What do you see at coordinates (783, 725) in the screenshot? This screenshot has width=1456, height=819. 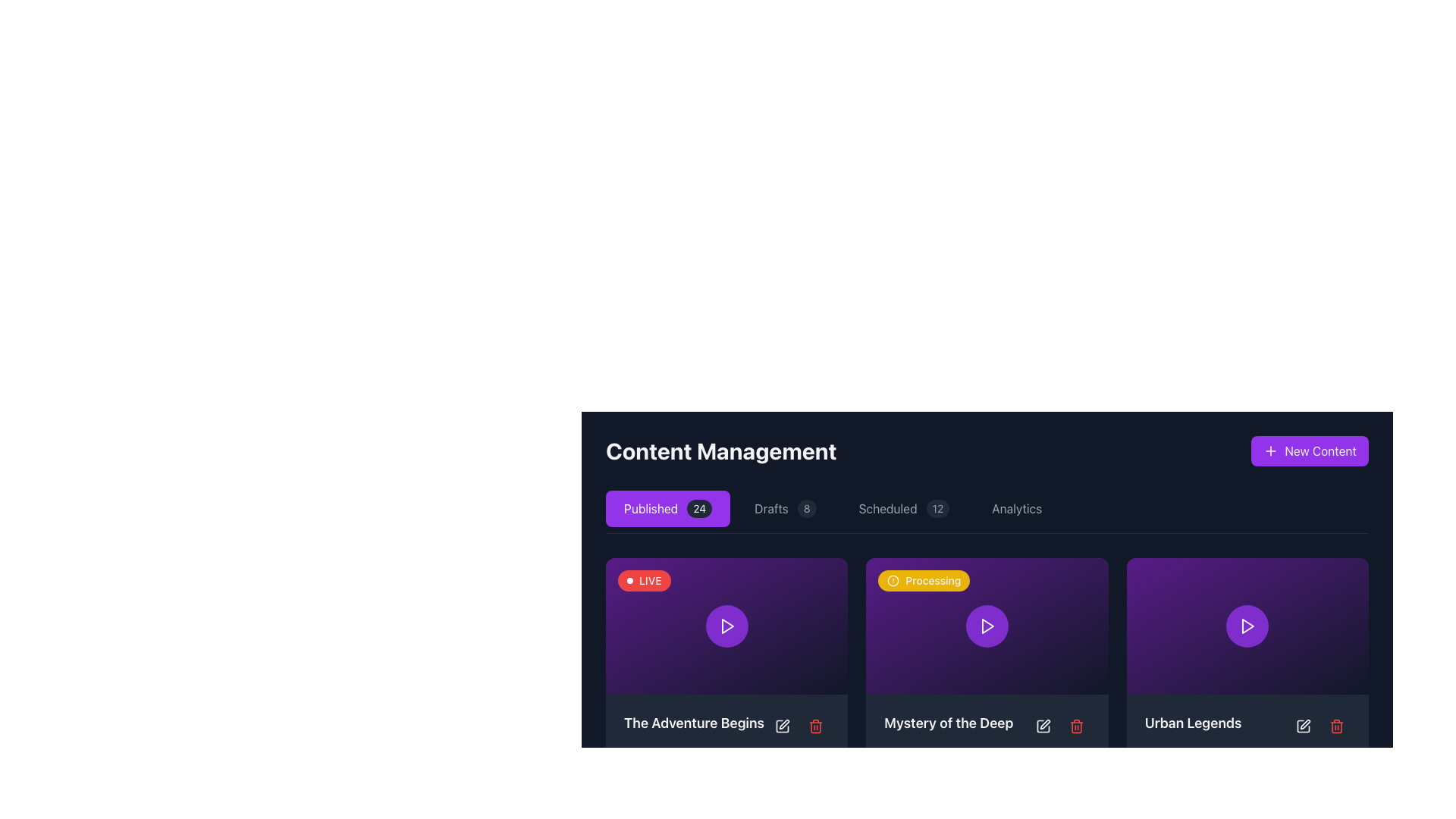 I see `the pen icon in the action toolbar beneath the card titled 'The Adventure Begins'` at bounding box center [783, 725].